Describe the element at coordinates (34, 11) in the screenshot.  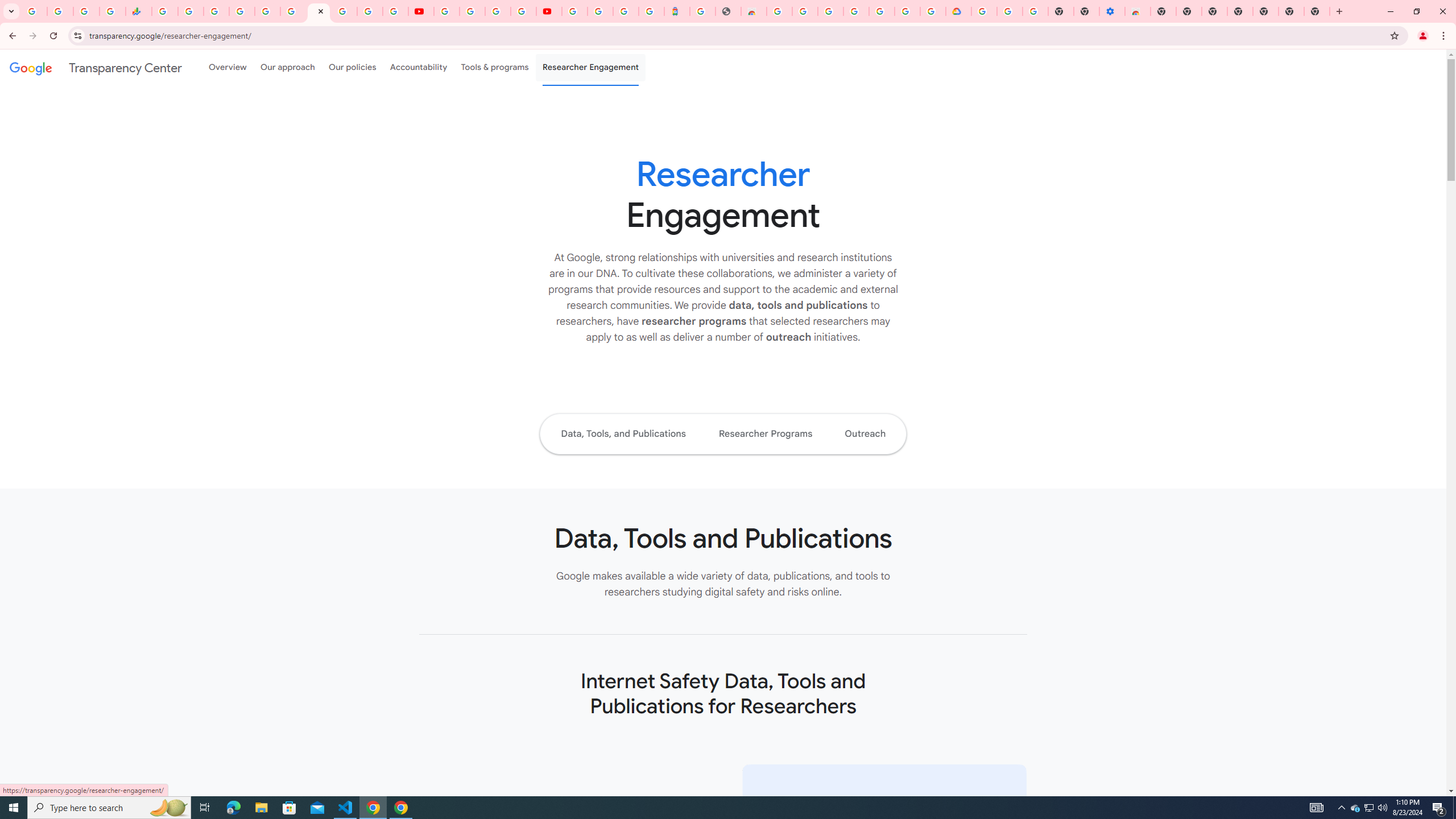
I see `'Google Workspace Admin Community'` at that location.